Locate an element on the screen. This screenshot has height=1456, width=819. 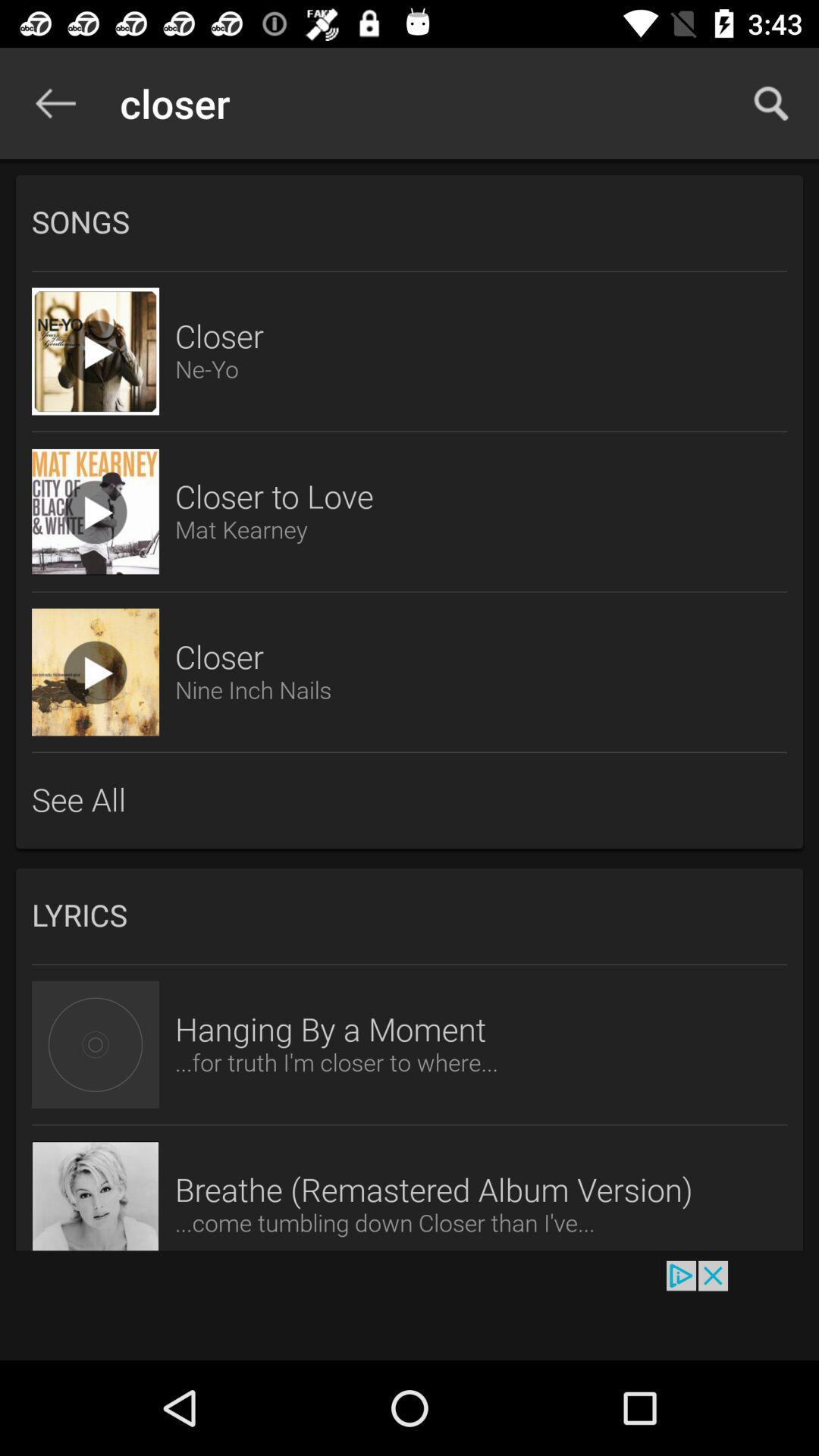
the play icon is located at coordinates (96, 671).